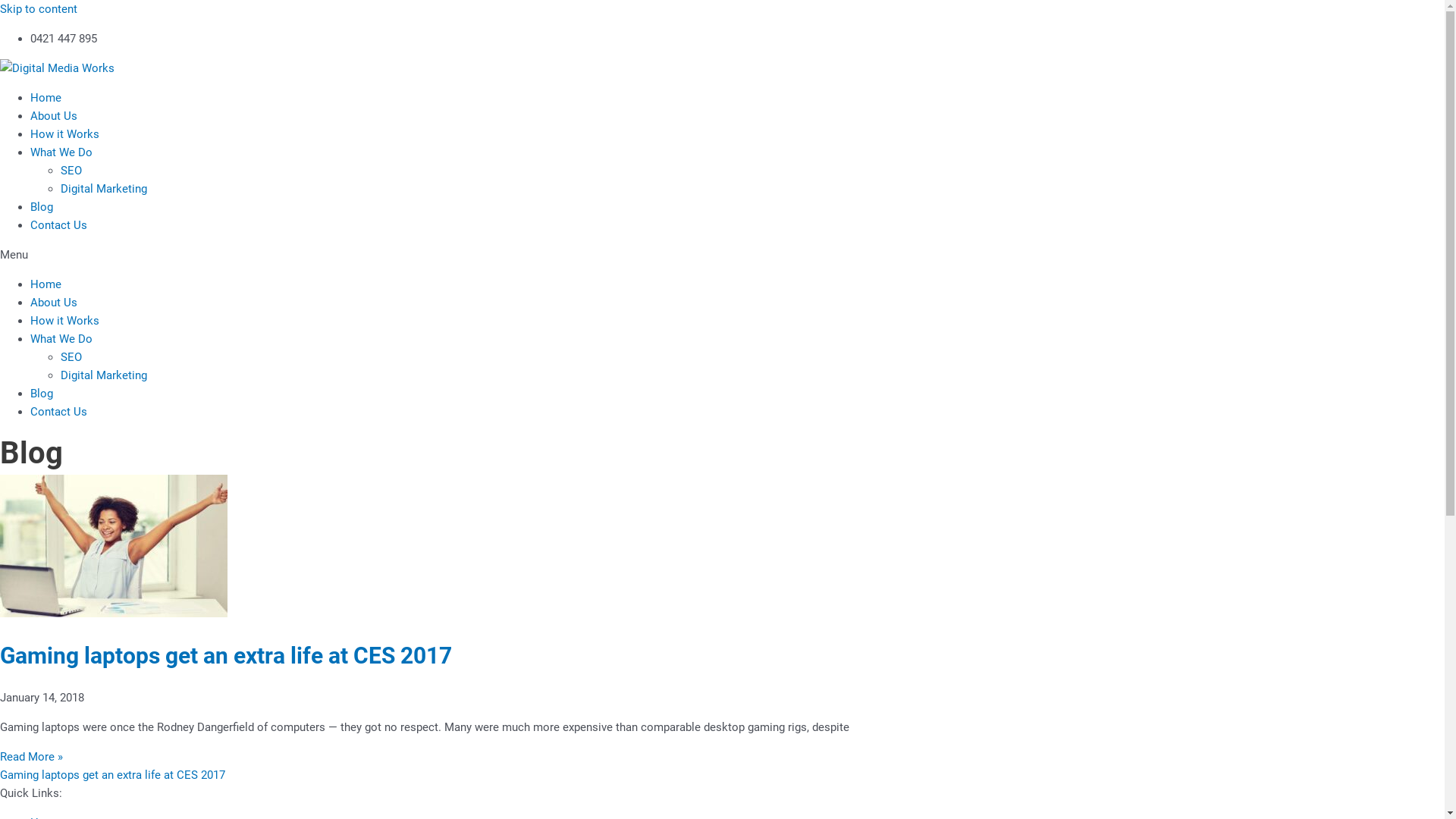  What do you see at coordinates (41, 207) in the screenshot?
I see `'Blog'` at bounding box center [41, 207].